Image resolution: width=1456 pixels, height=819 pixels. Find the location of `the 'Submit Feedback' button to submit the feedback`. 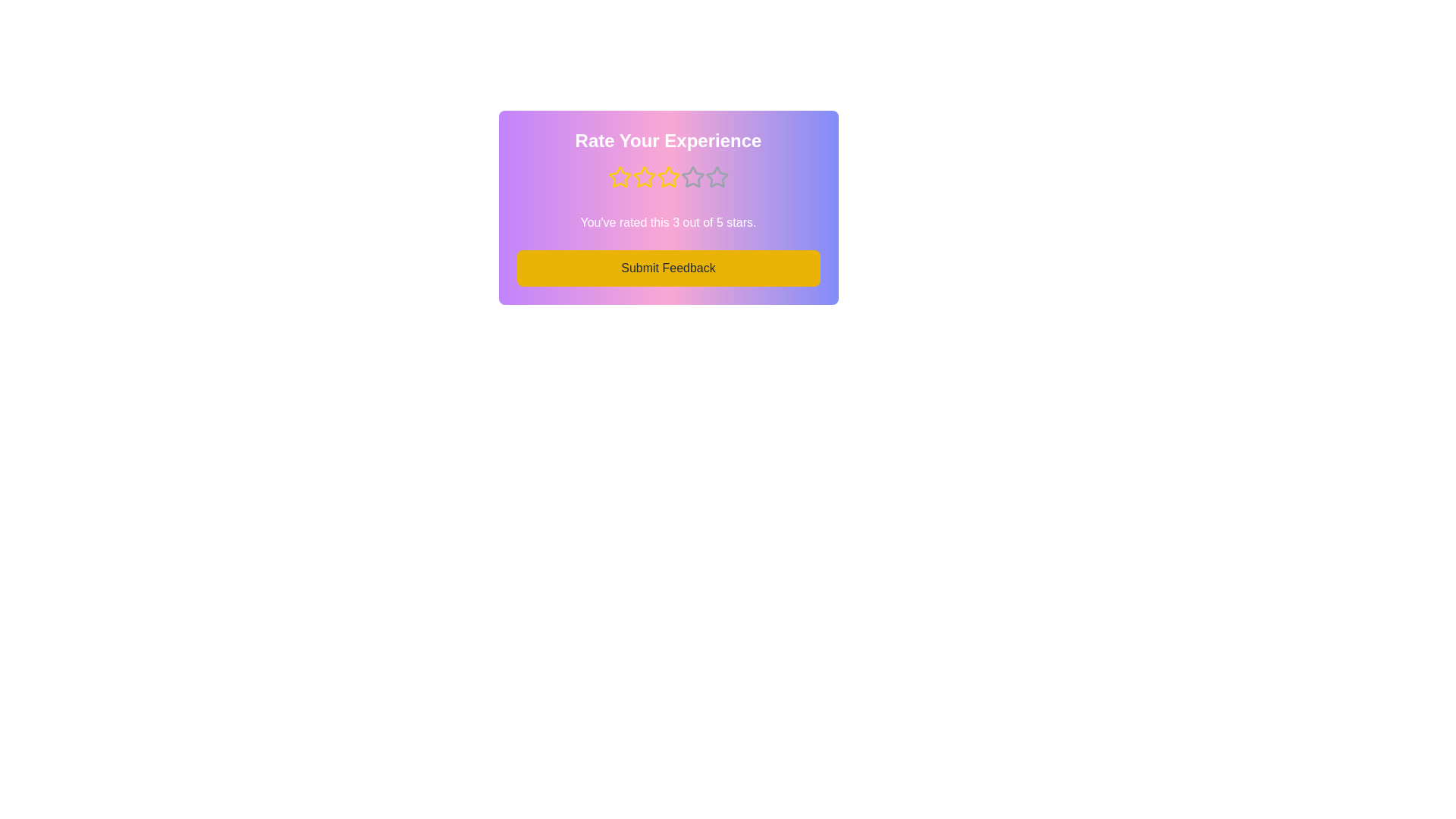

the 'Submit Feedback' button to submit the feedback is located at coordinates (667, 268).